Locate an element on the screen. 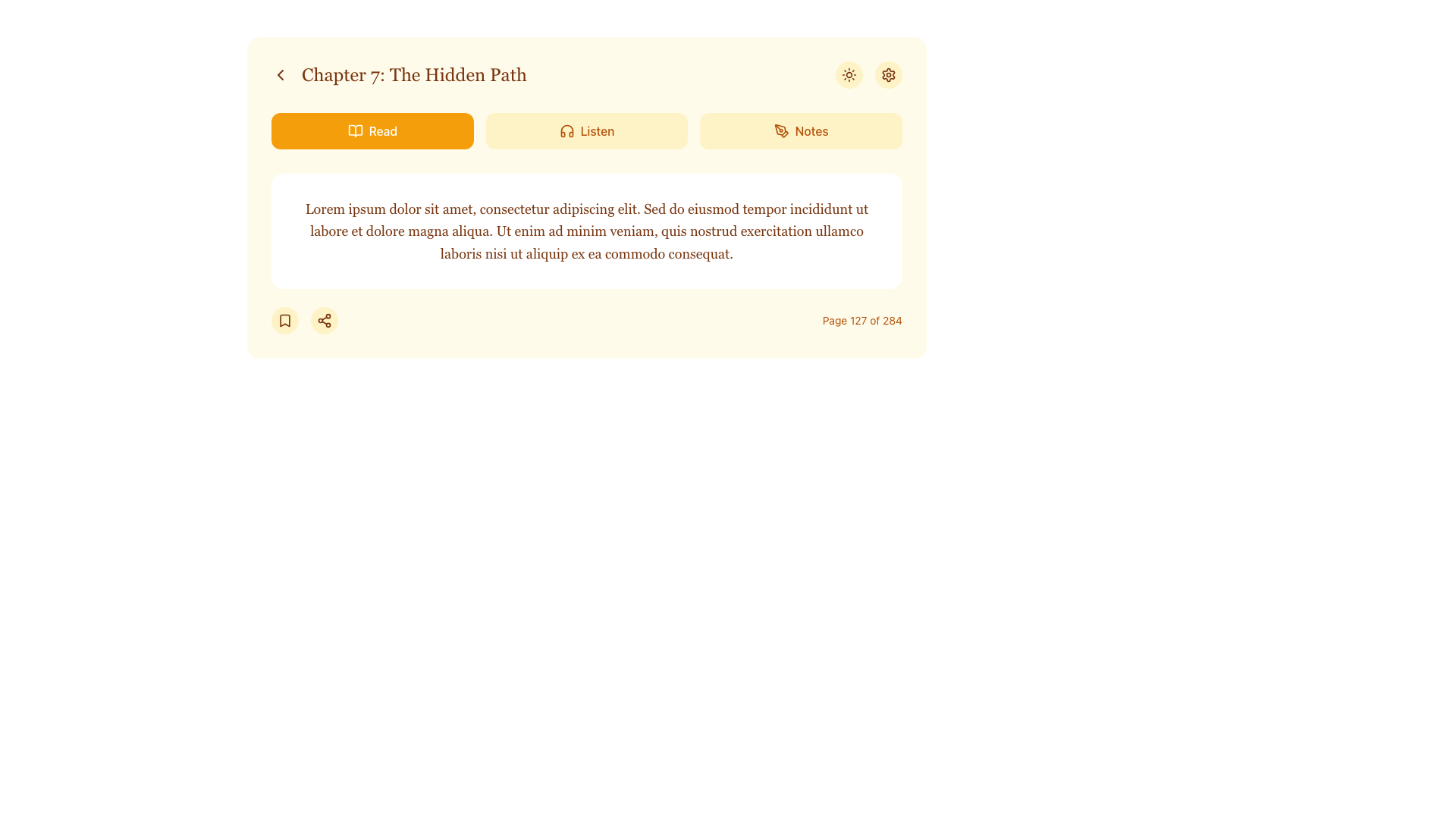  the bookmark icon, which is a muted brown ribbon-shaped icon located is located at coordinates (284, 318).